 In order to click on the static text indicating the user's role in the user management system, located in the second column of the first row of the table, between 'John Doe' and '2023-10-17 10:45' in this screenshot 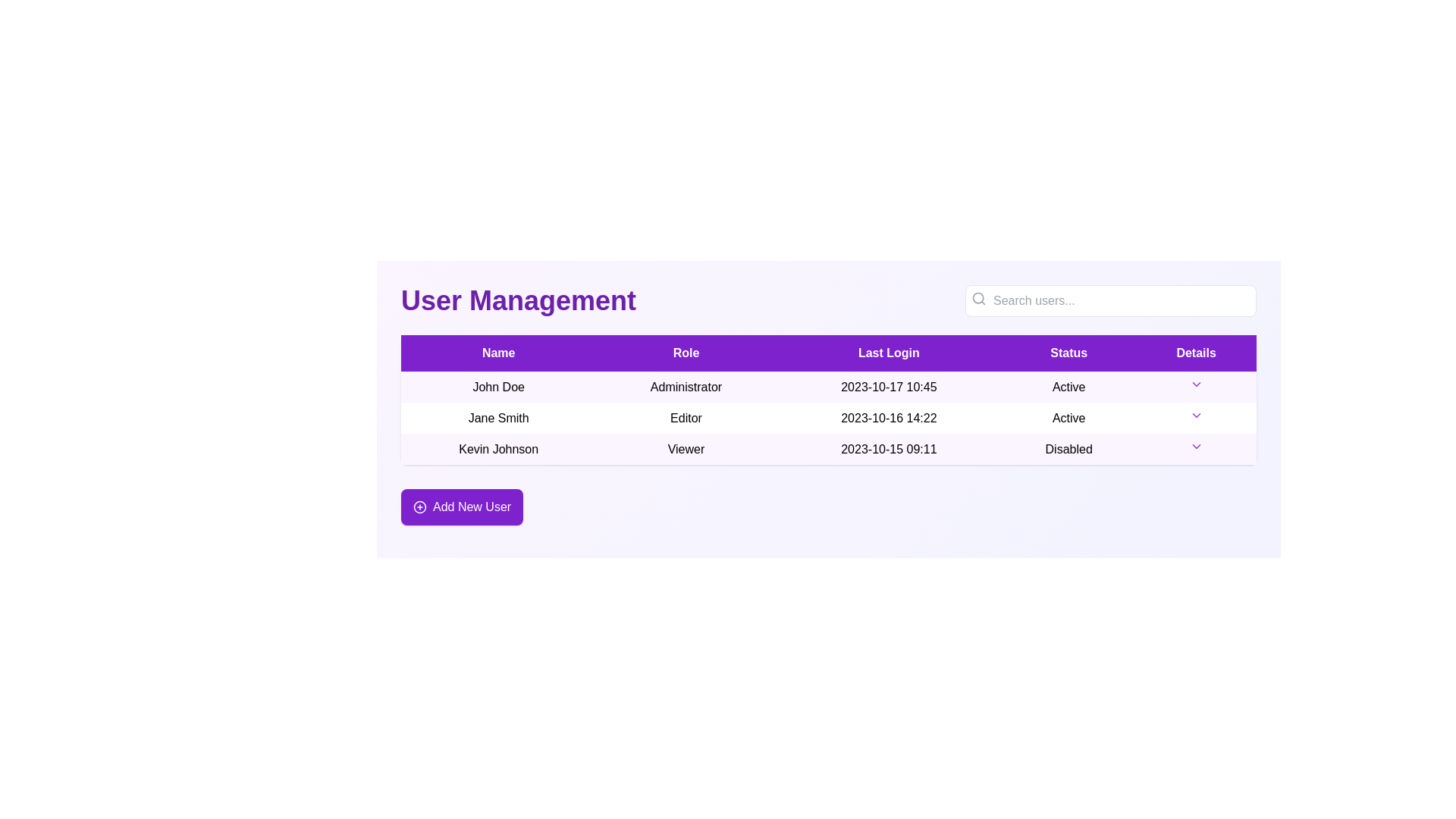, I will do `click(685, 386)`.